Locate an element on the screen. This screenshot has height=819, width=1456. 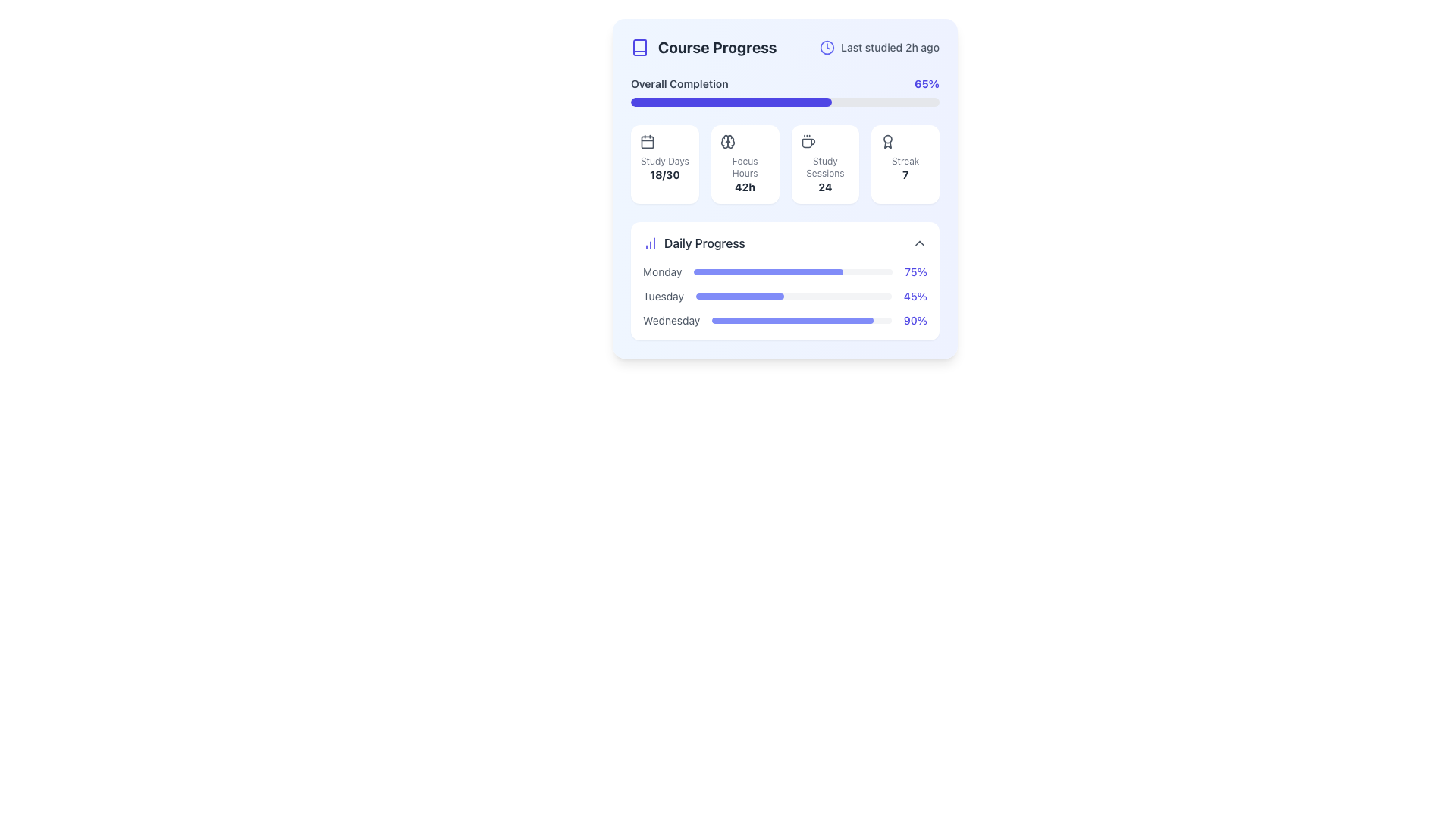
the Progress Bar located in the 'Daily Progress' subsection, which visually represents a 75% progress for Monday is located at coordinates (792, 271).